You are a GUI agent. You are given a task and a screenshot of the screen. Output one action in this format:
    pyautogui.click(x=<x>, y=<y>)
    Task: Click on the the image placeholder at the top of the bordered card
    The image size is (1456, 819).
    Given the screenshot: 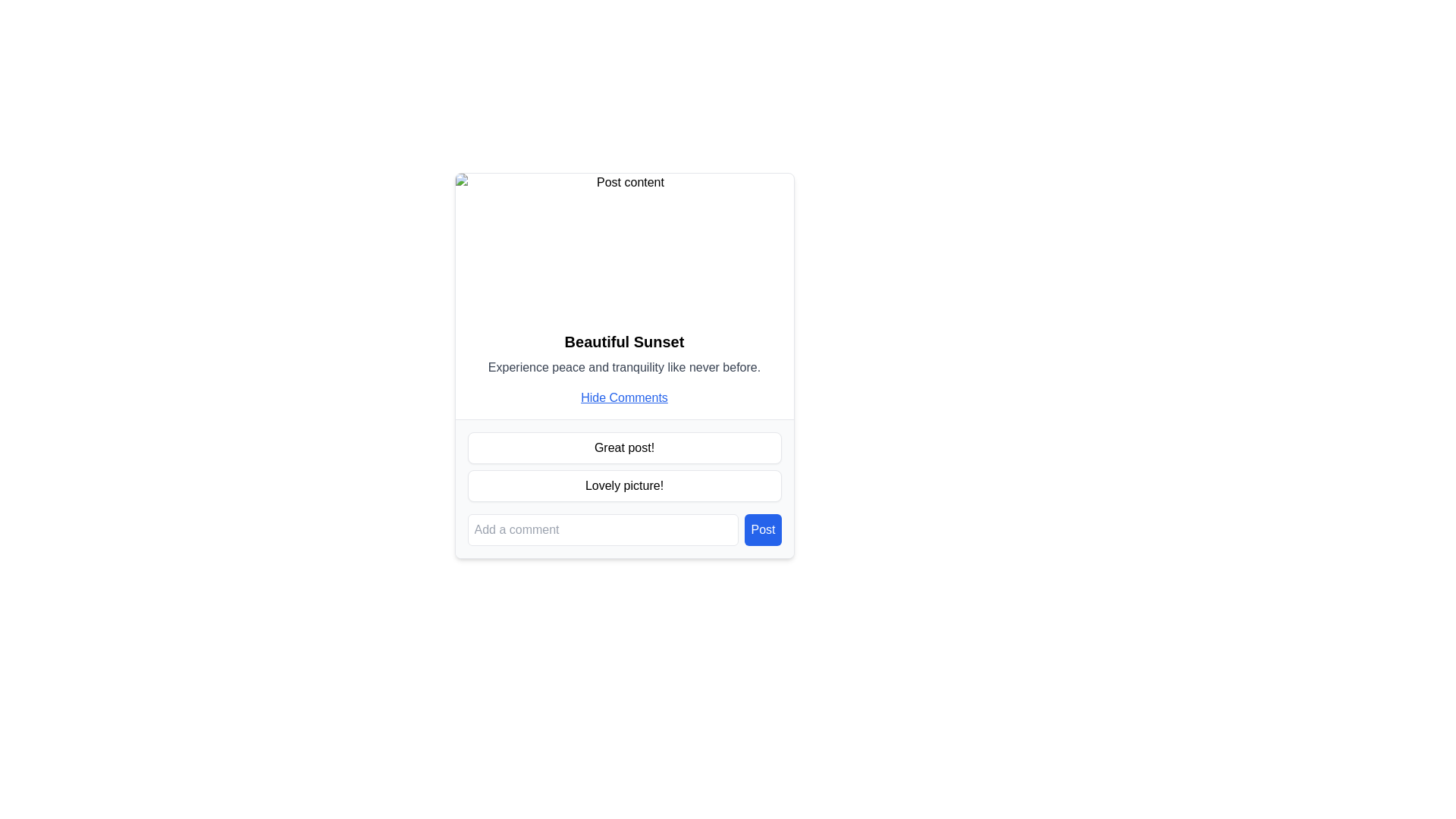 What is the action you would take?
    pyautogui.click(x=624, y=245)
    